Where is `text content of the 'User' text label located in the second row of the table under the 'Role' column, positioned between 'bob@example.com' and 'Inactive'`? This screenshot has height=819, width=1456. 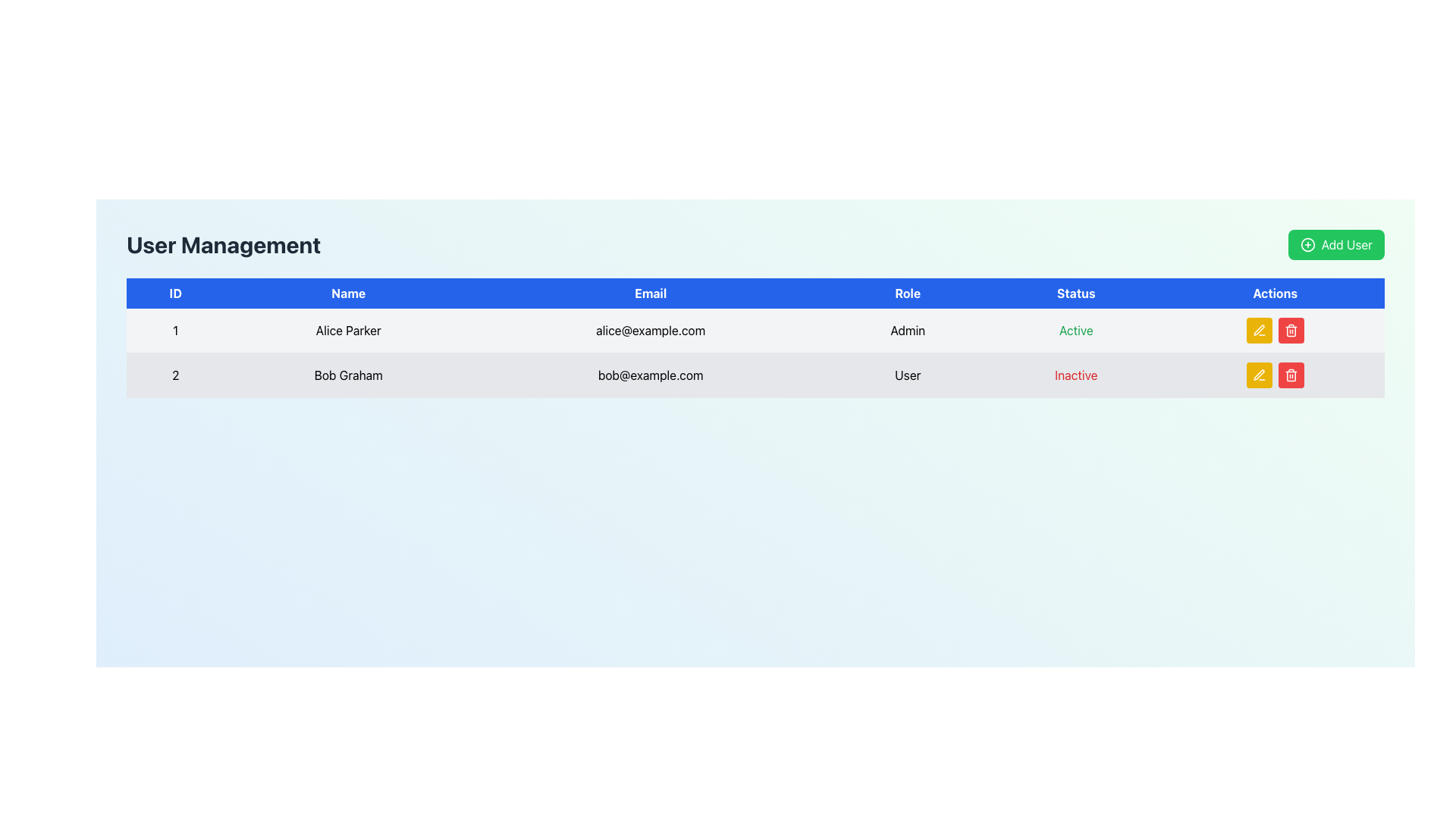
text content of the 'User' text label located in the second row of the table under the 'Role' column, positioned between 'bob@example.com' and 'Inactive' is located at coordinates (908, 375).